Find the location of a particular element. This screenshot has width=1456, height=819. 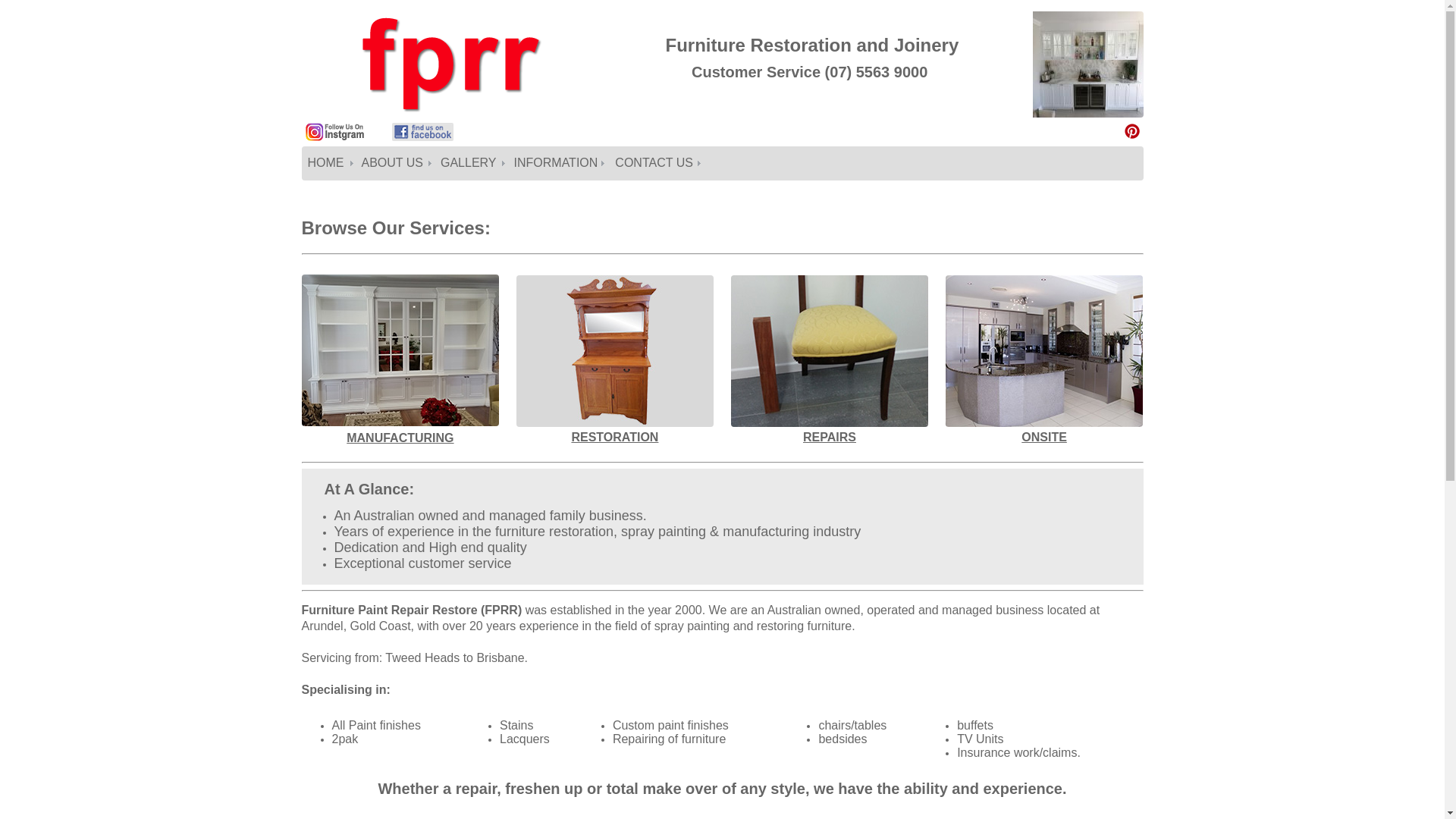

'ABOUT US' is located at coordinates (394, 163).